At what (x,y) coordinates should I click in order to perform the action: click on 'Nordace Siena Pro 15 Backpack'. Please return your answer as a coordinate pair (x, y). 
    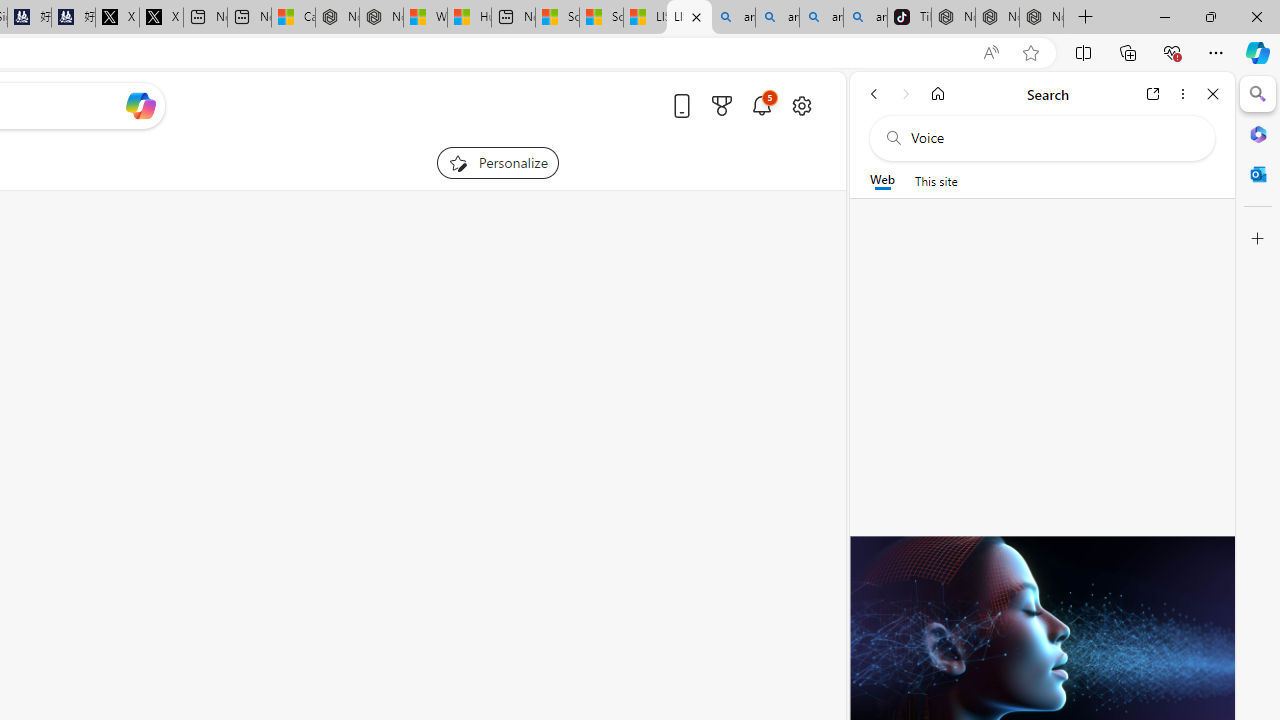
    Looking at the image, I should click on (997, 17).